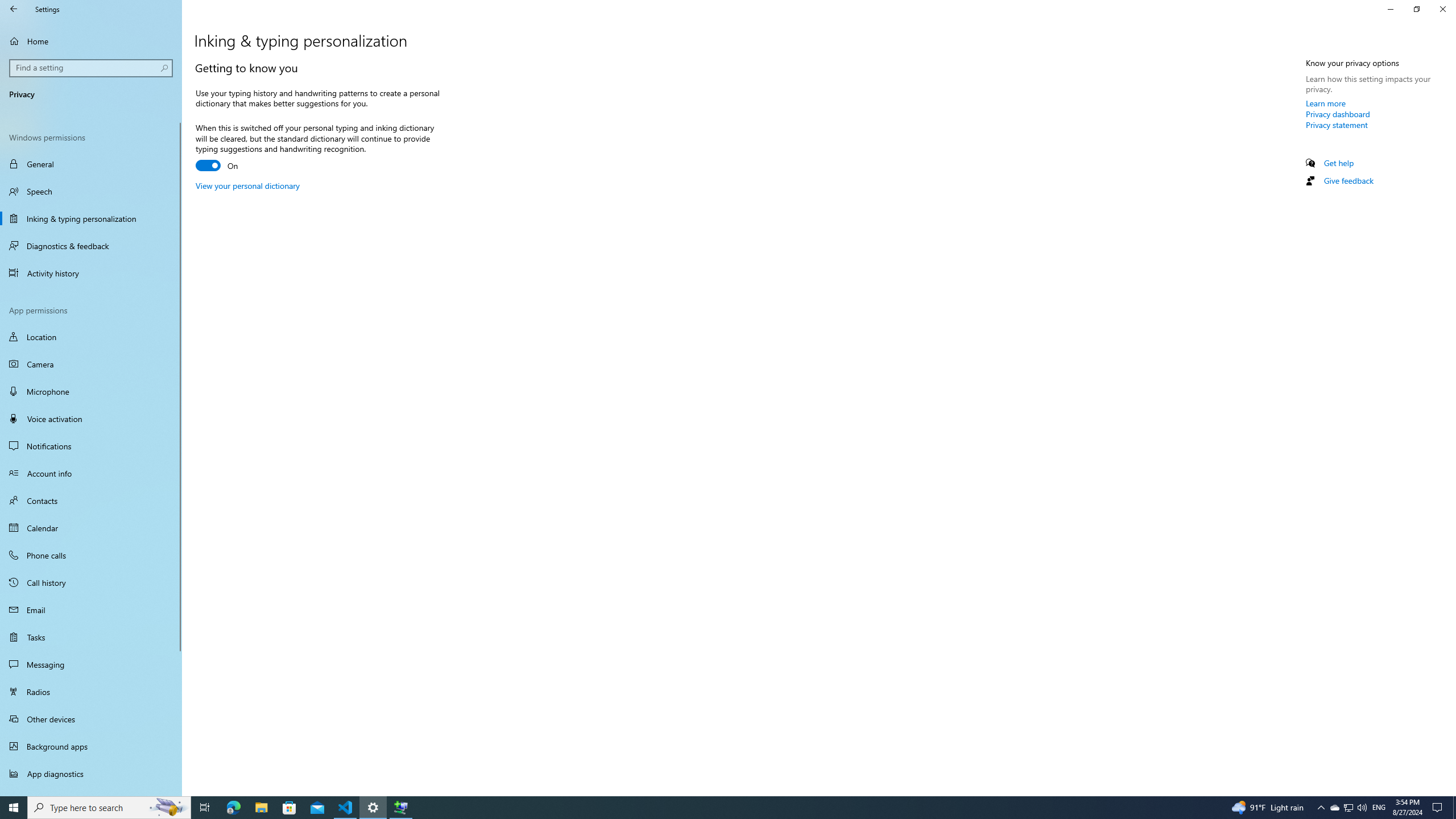 This screenshot has width=1456, height=819. Describe the element at coordinates (90, 581) in the screenshot. I see `'Call history'` at that location.